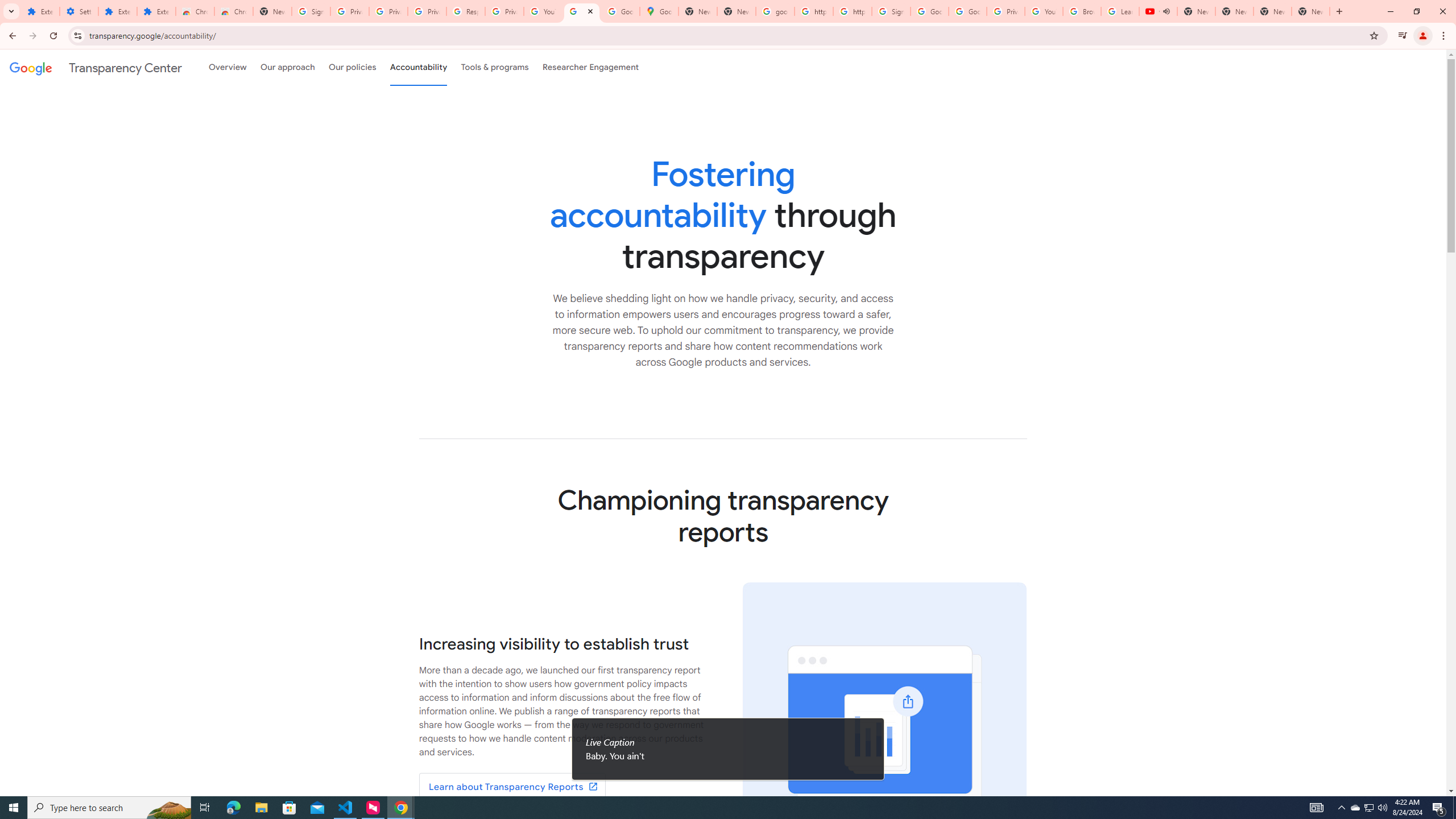  What do you see at coordinates (1403, 35) in the screenshot?
I see `'Control your music, videos, and more'` at bounding box center [1403, 35].